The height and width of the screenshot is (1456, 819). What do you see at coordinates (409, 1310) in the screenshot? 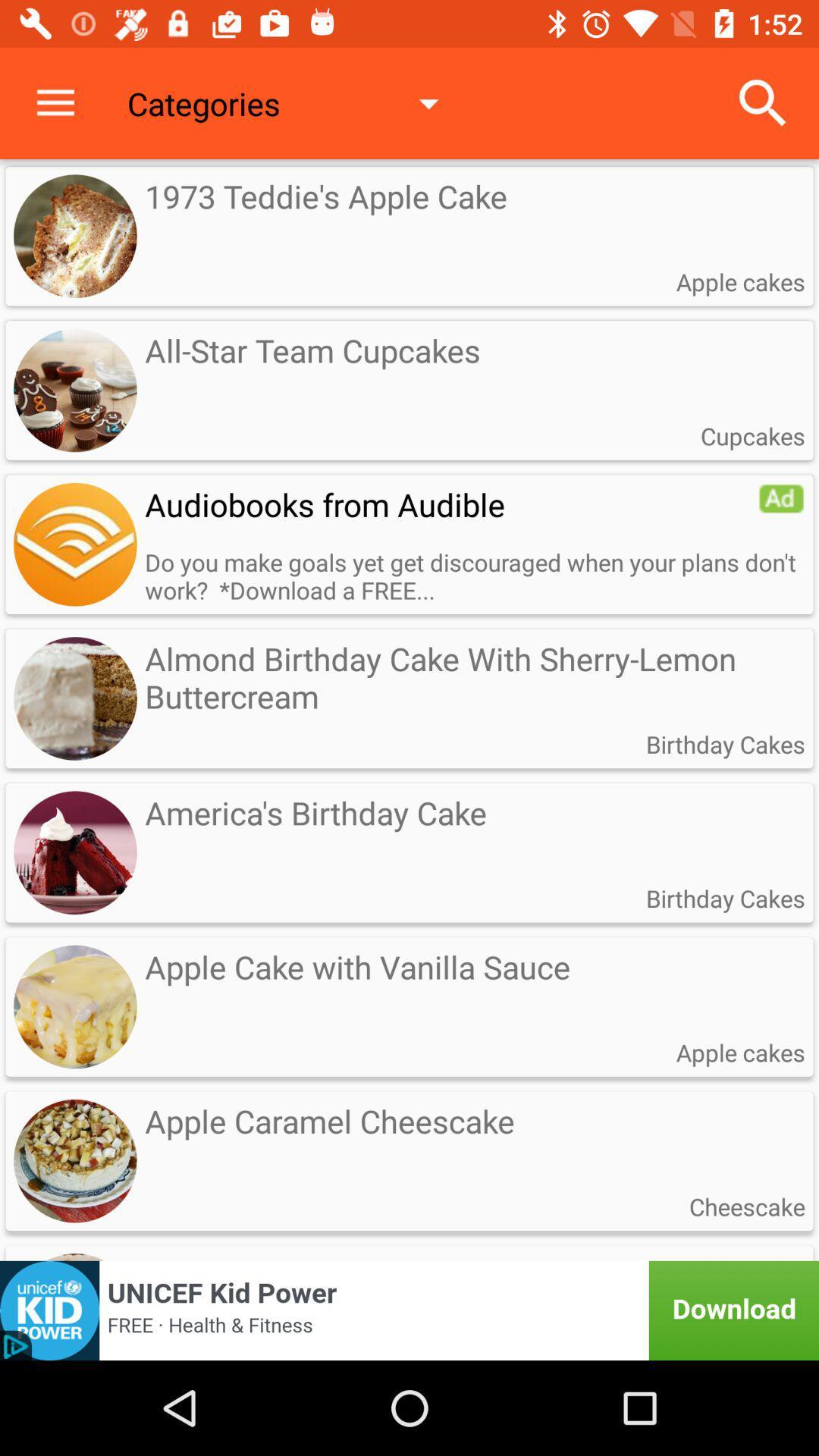
I see `download app` at bounding box center [409, 1310].